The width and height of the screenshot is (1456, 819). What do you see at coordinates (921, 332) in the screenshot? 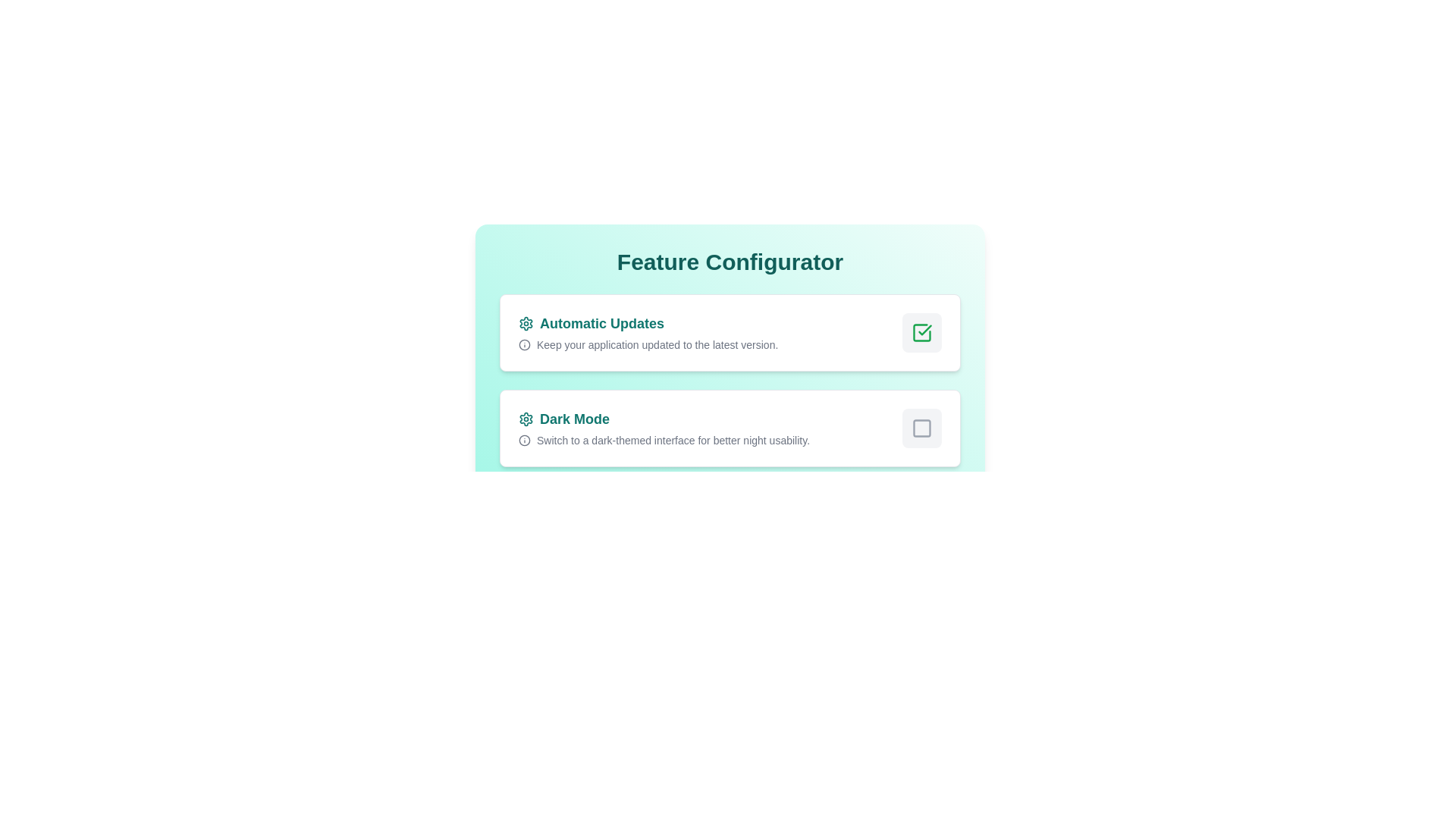
I see `the checkbox styled as a square with rounded corners, which has a light gray background and a green checkmark indicating its active state` at bounding box center [921, 332].